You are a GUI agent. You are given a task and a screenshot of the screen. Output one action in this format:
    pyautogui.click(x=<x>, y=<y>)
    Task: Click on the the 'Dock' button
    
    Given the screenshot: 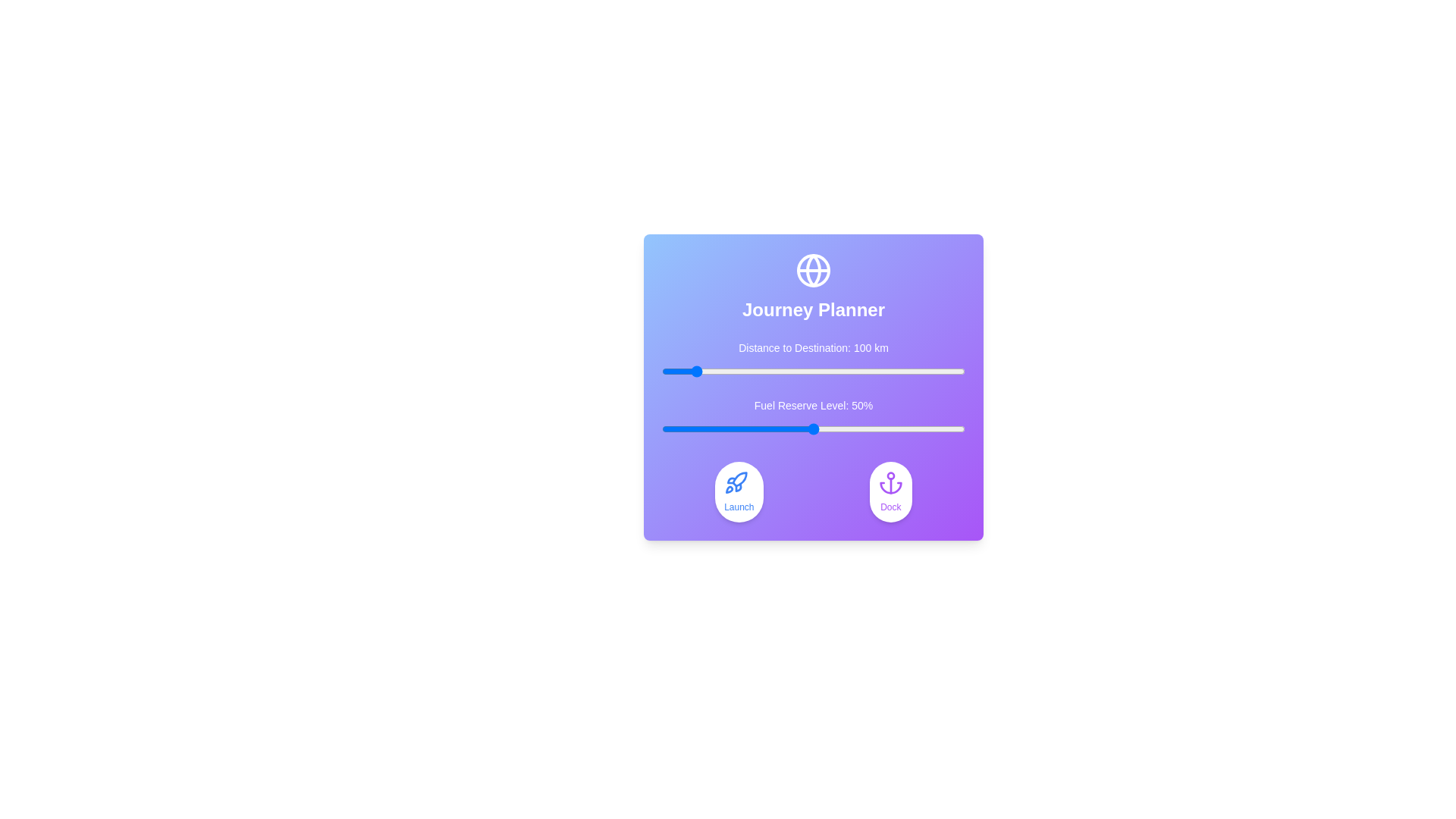 What is the action you would take?
    pyautogui.click(x=890, y=491)
    